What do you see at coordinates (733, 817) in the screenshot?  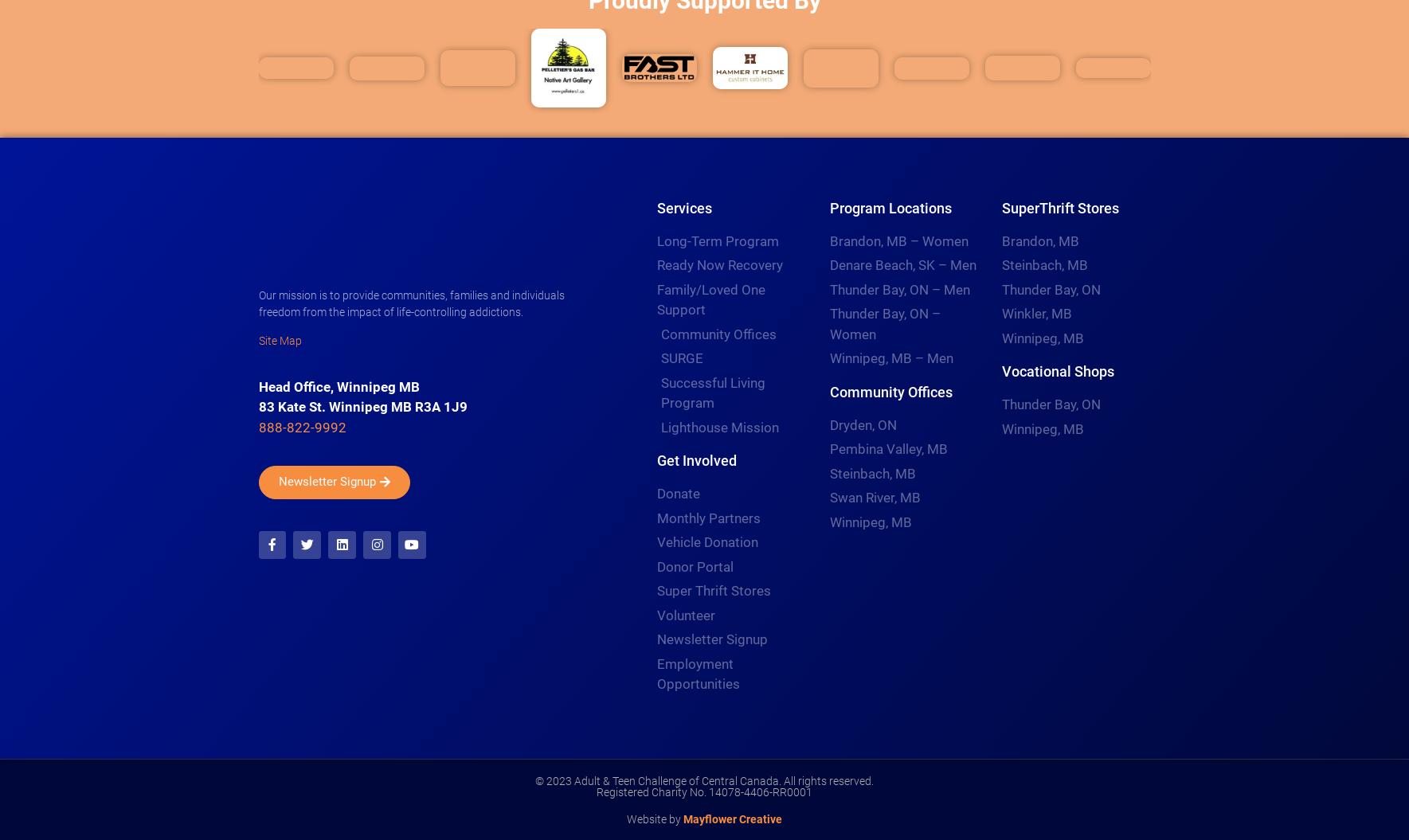 I see `'Mayflower Creative'` at bounding box center [733, 817].